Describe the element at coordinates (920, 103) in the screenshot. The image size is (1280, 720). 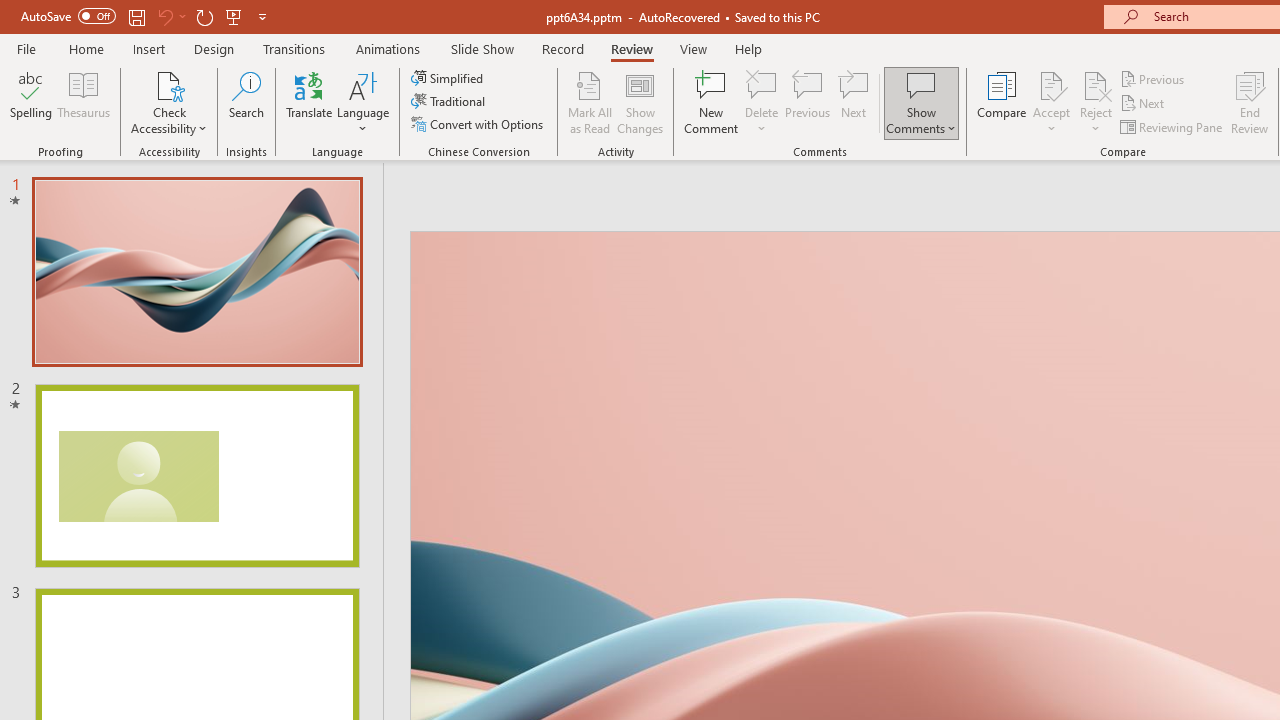
I see `'Show Comments'` at that location.